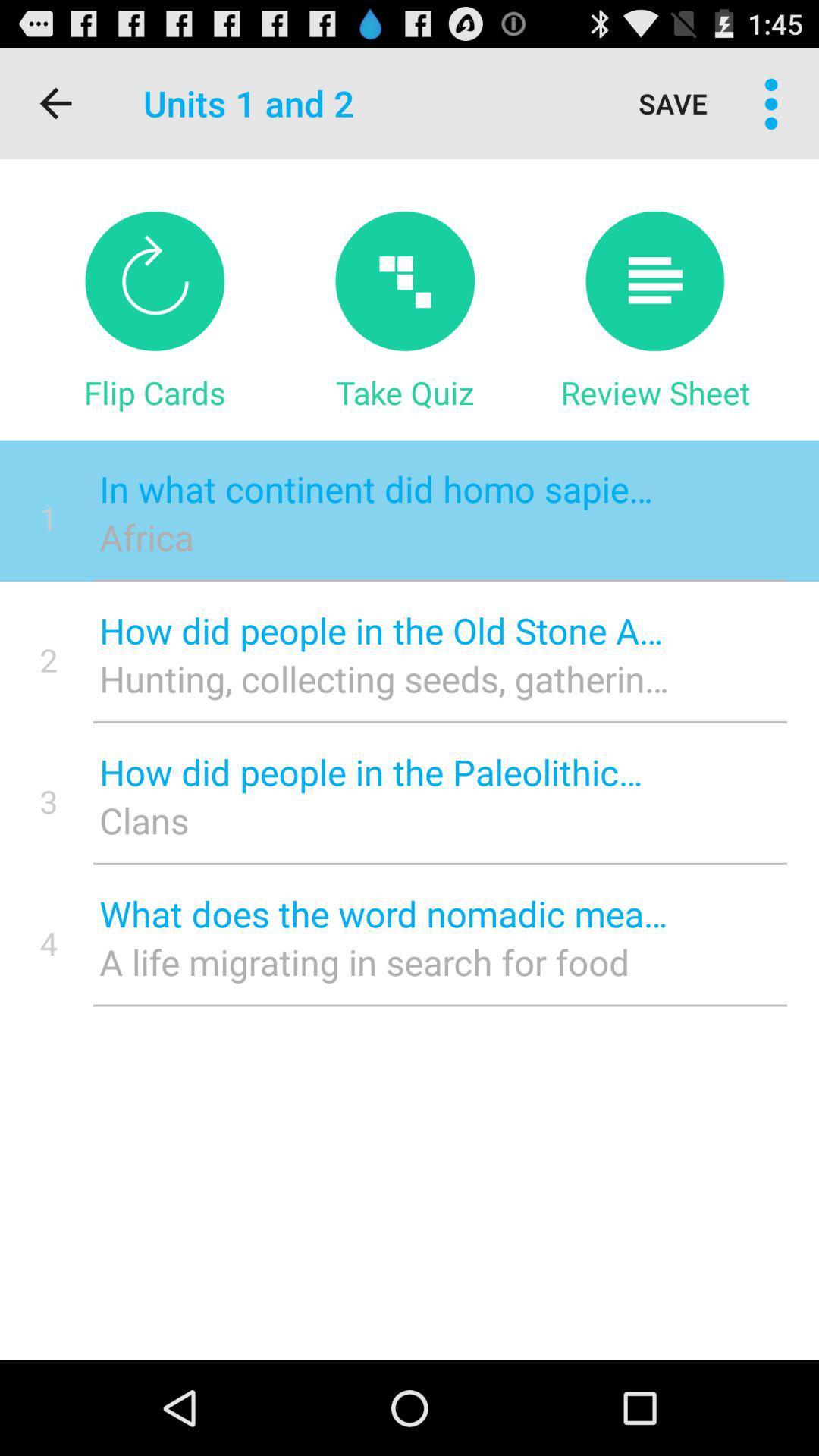 The image size is (819, 1456). What do you see at coordinates (48, 942) in the screenshot?
I see `icon below 3 icon` at bounding box center [48, 942].